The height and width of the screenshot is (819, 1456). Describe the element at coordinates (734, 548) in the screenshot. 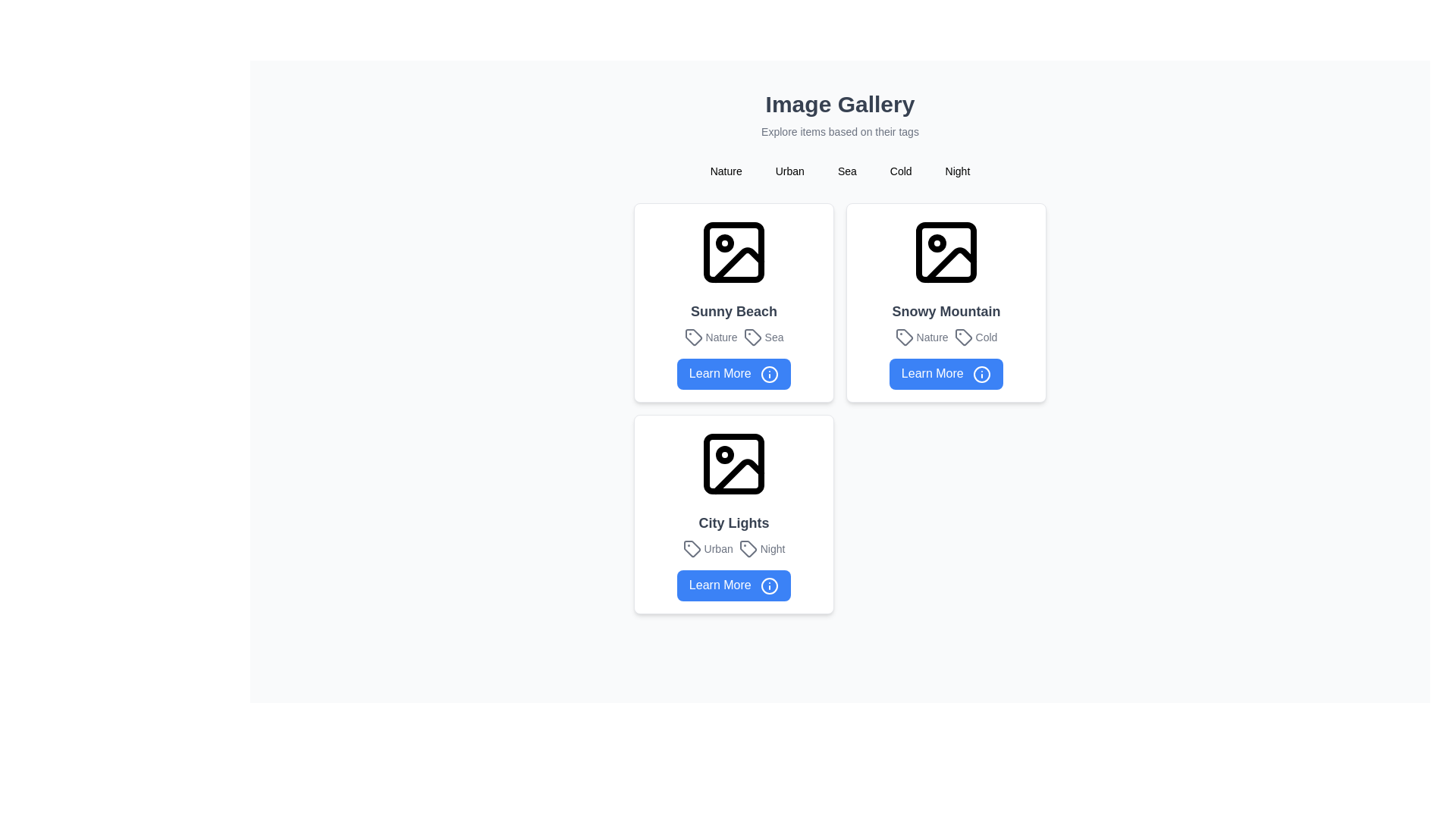

I see `the text labels 'Urban' and 'Night' which are styled in a smaller, gray font and positioned below the 'City Lights' heading within the 'City Lights' card` at that location.